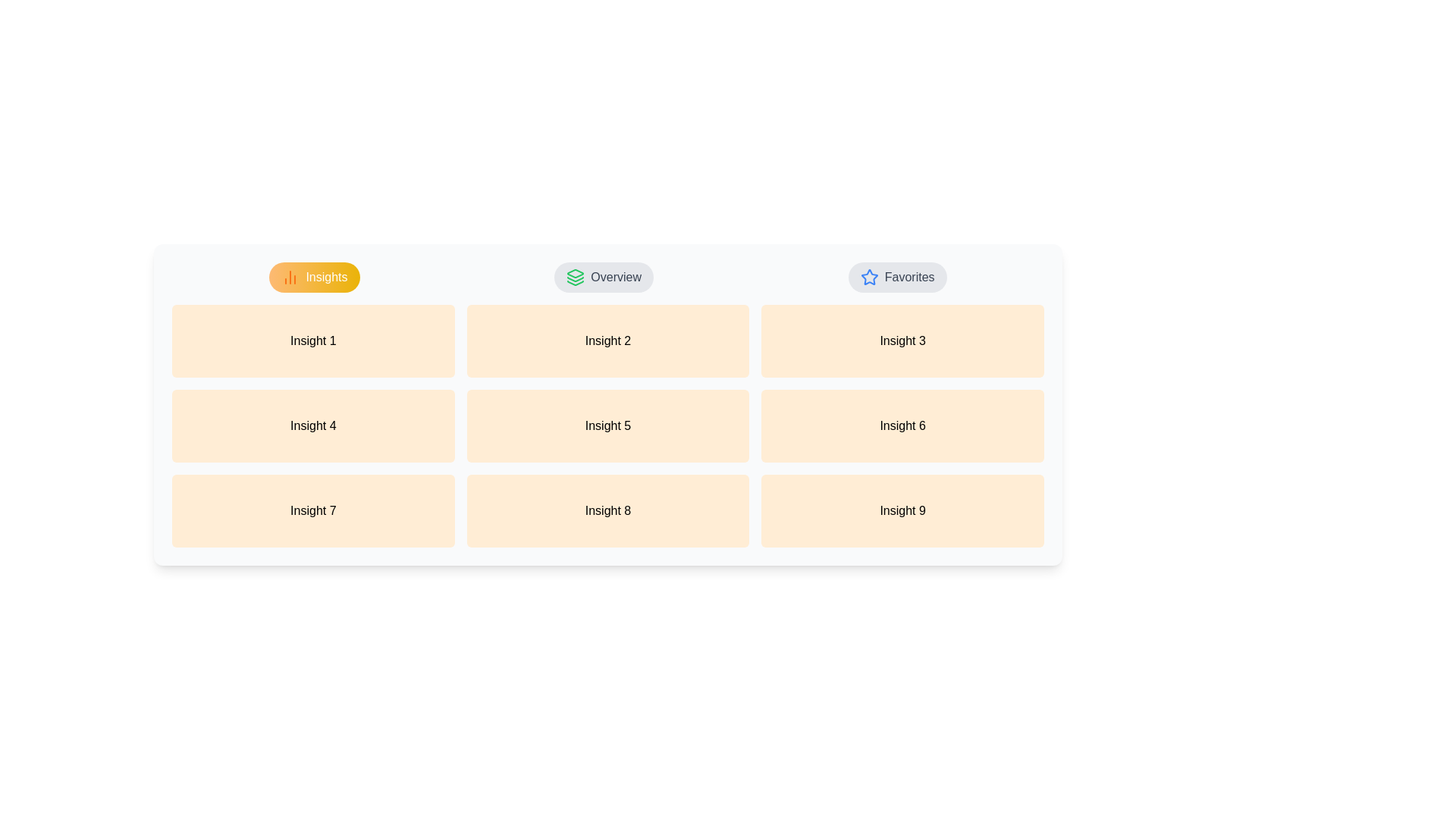 The image size is (1456, 819). Describe the element at coordinates (313, 278) in the screenshot. I see `the Insights tab by clicking on its respective button` at that location.